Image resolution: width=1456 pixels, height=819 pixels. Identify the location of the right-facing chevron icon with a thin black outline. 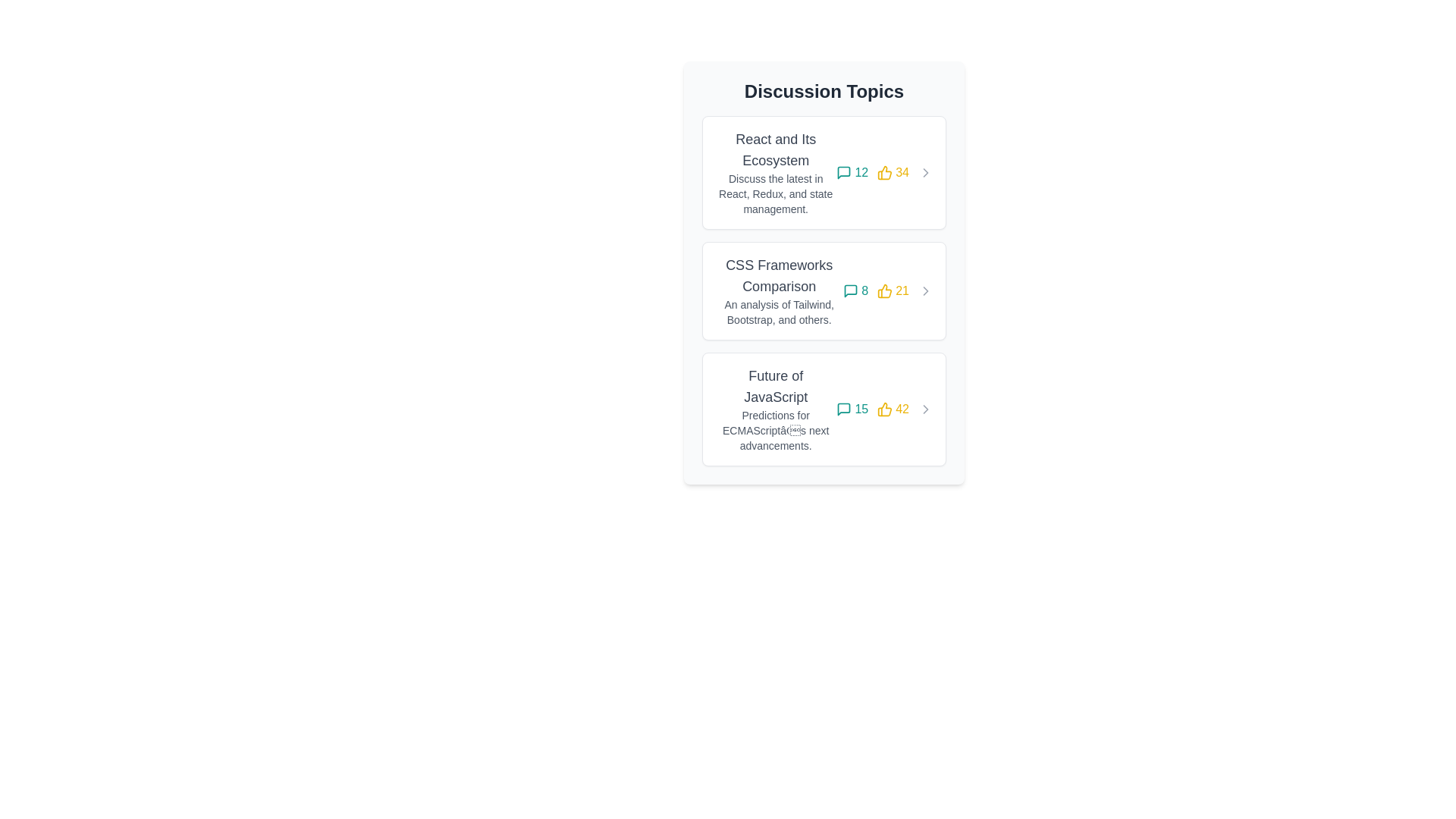
(924, 409).